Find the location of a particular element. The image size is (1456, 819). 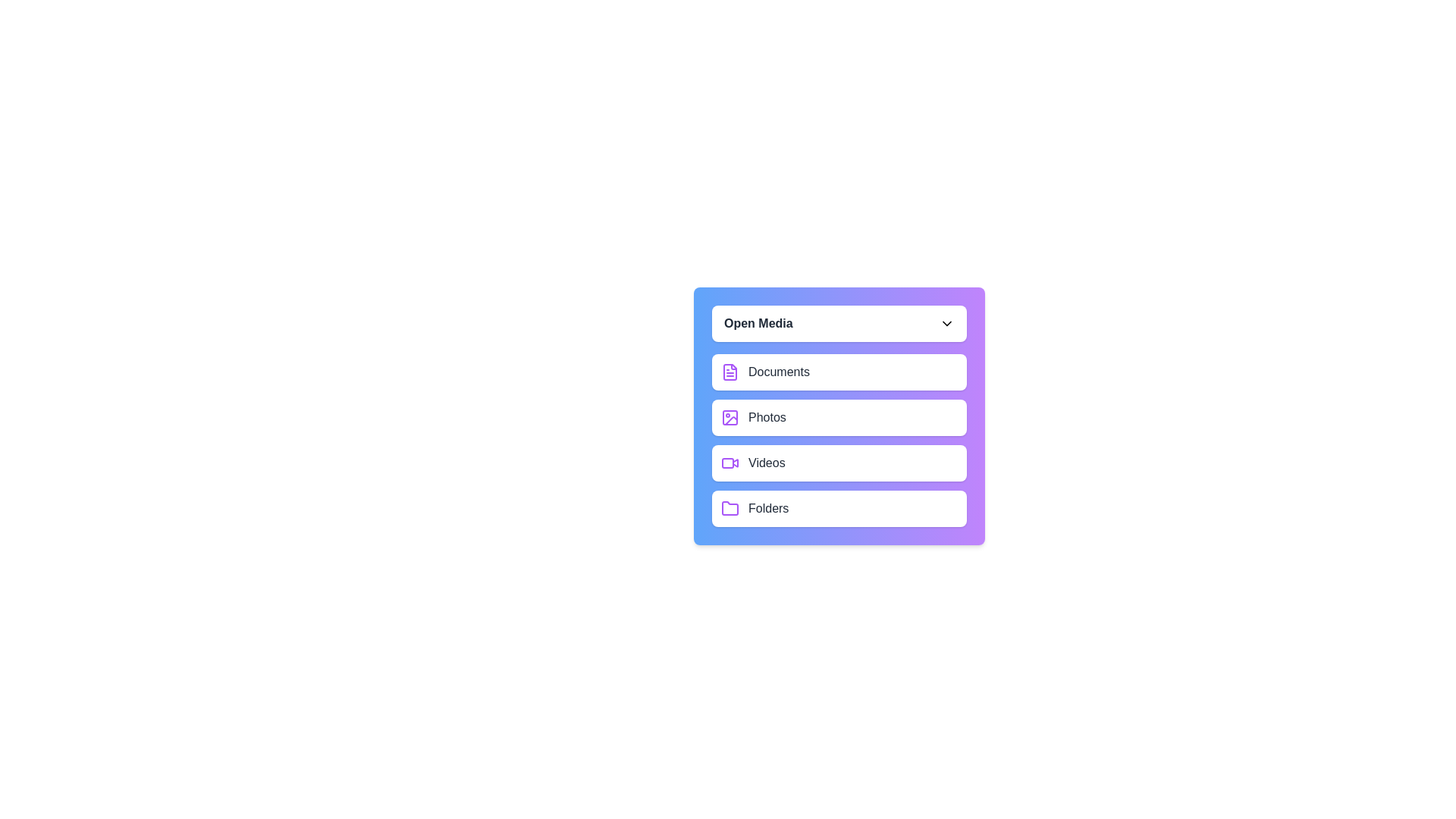

the photo menu icon located in the second row adjacent to the text 'Photos' is located at coordinates (730, 418).